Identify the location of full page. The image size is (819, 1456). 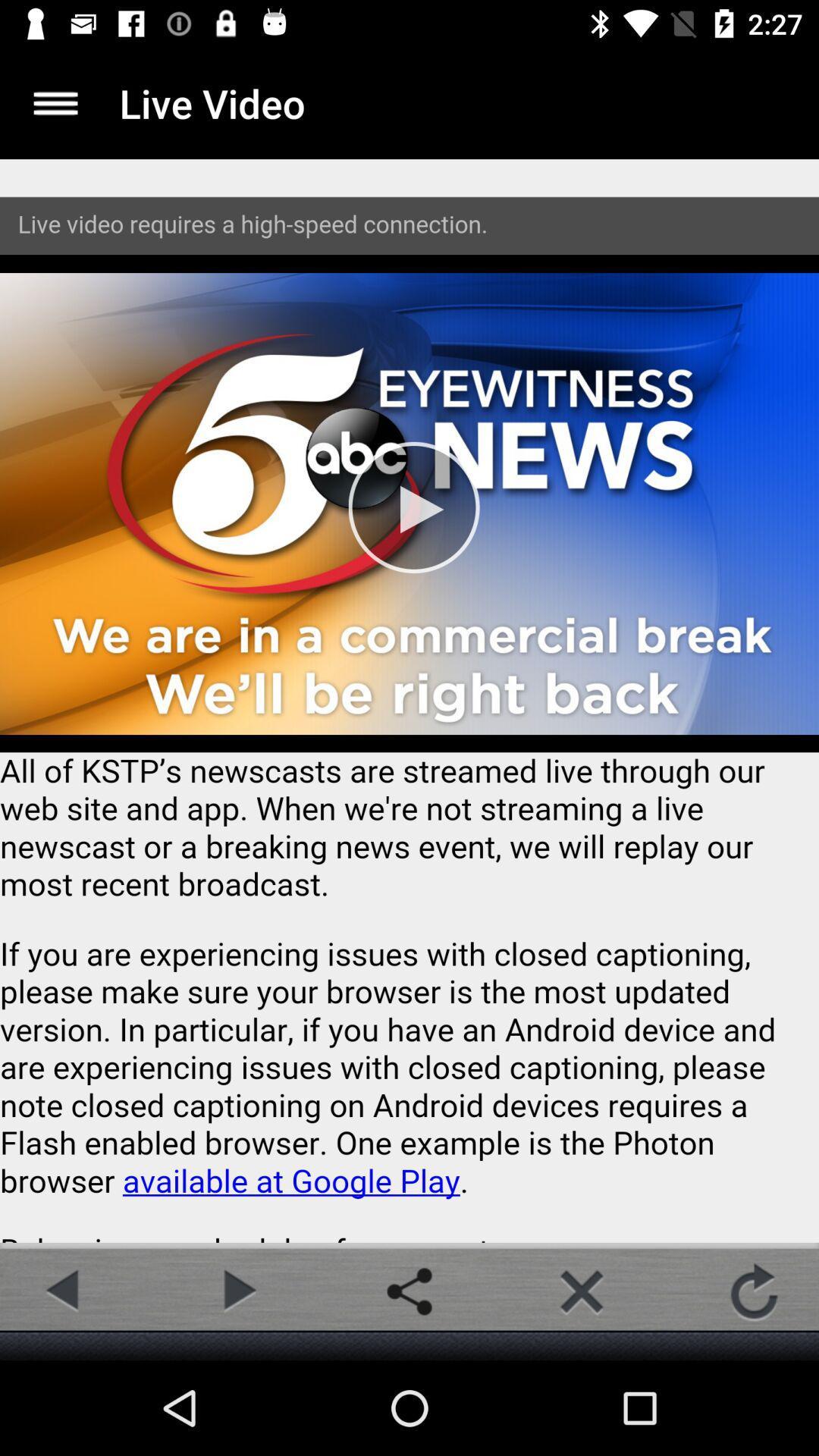
(409, 700).